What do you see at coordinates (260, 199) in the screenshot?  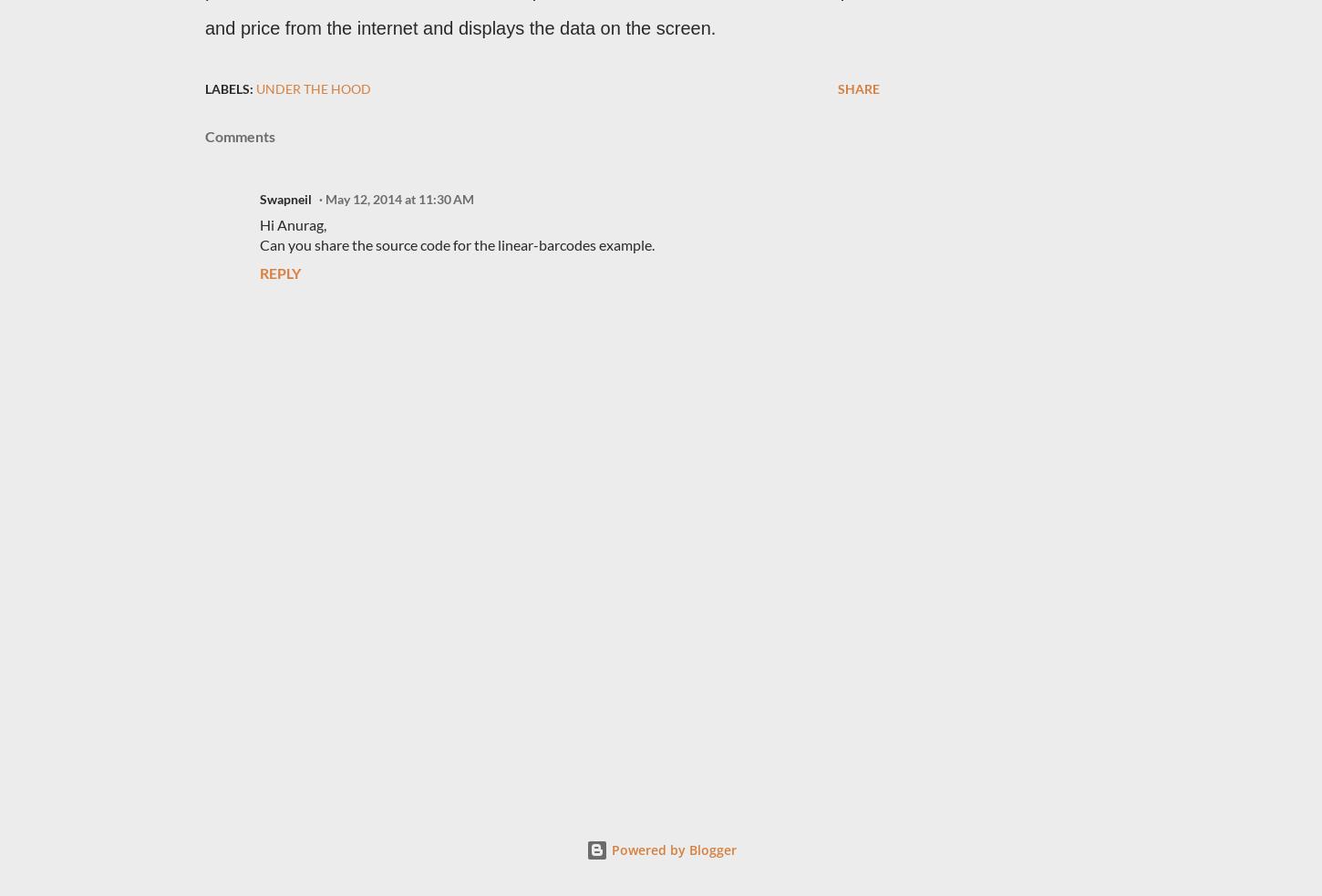 I see `'Swapneil'` at bounding box center [260, 199].